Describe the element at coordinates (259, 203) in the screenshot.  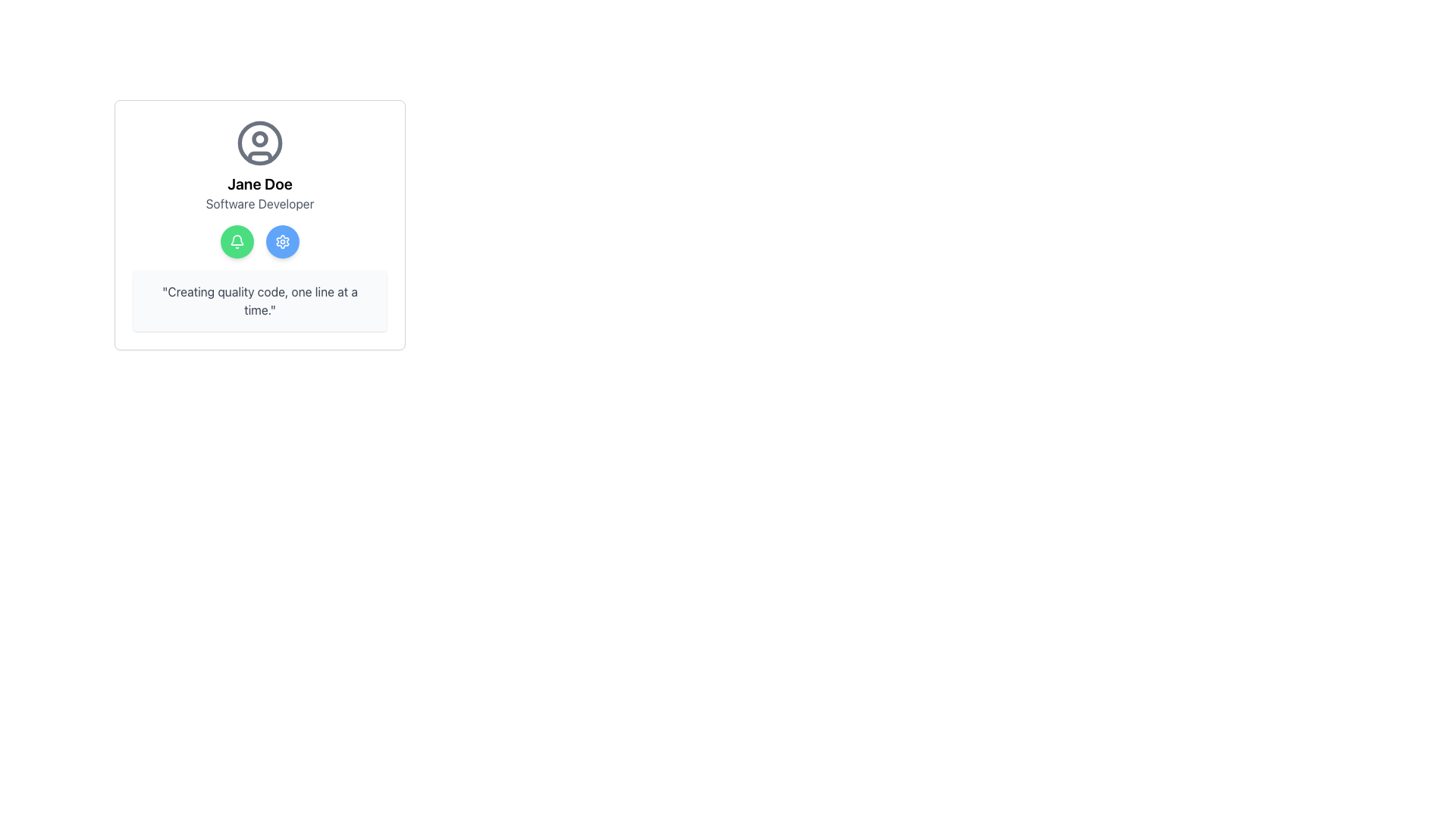
I see `the text label that reads 'Software Developer', which is styled in gray and positioned below 'Jane Doe' and above the circular icons` at that location.